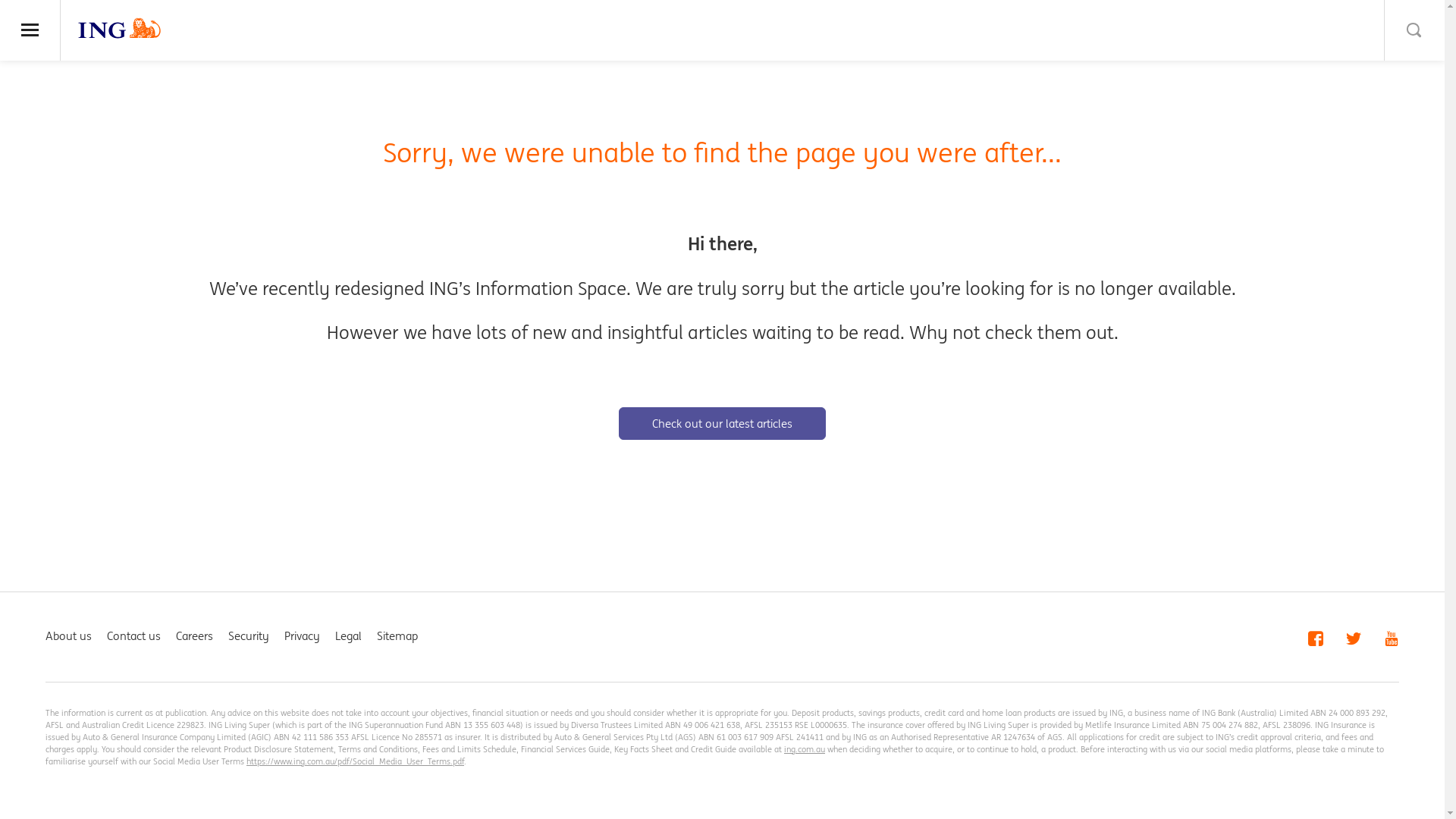  What do you see at coordinates (67, 635) in the screenshot?
I see `'About us'` at bounding box center [67, 635].